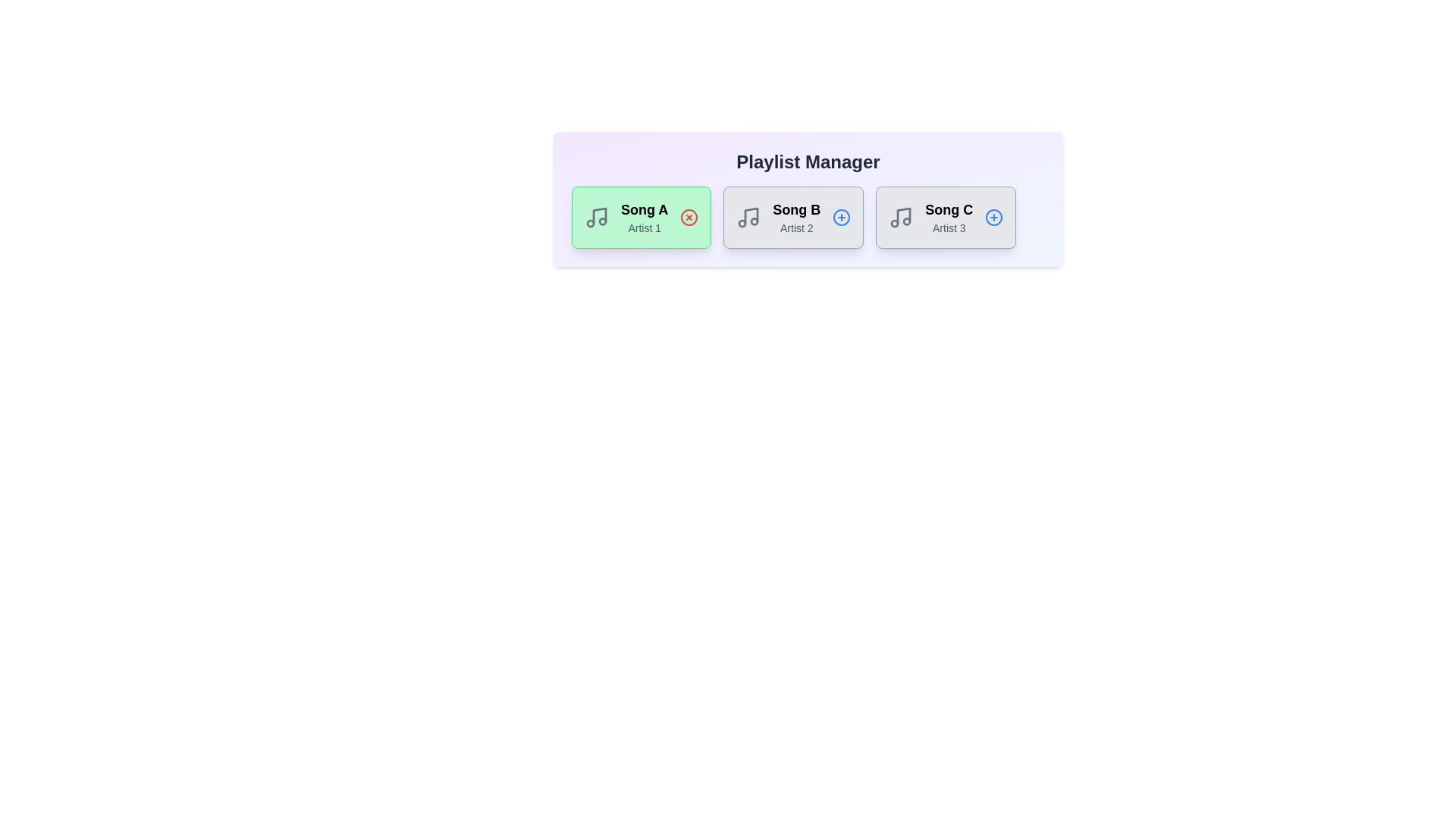  I want to click on the song card for Song B to observe the hover effect, so click(792, 217).